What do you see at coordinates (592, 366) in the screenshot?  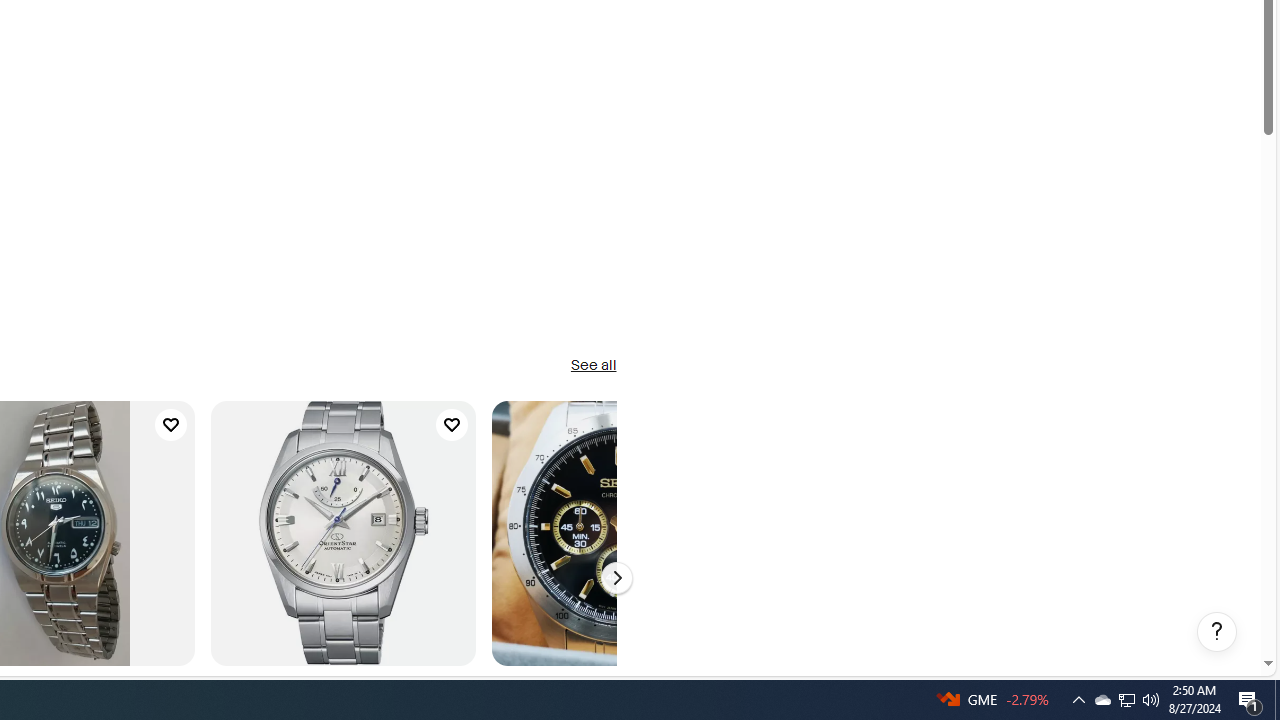 I see `'See all'` at bounding box center [592, 366].